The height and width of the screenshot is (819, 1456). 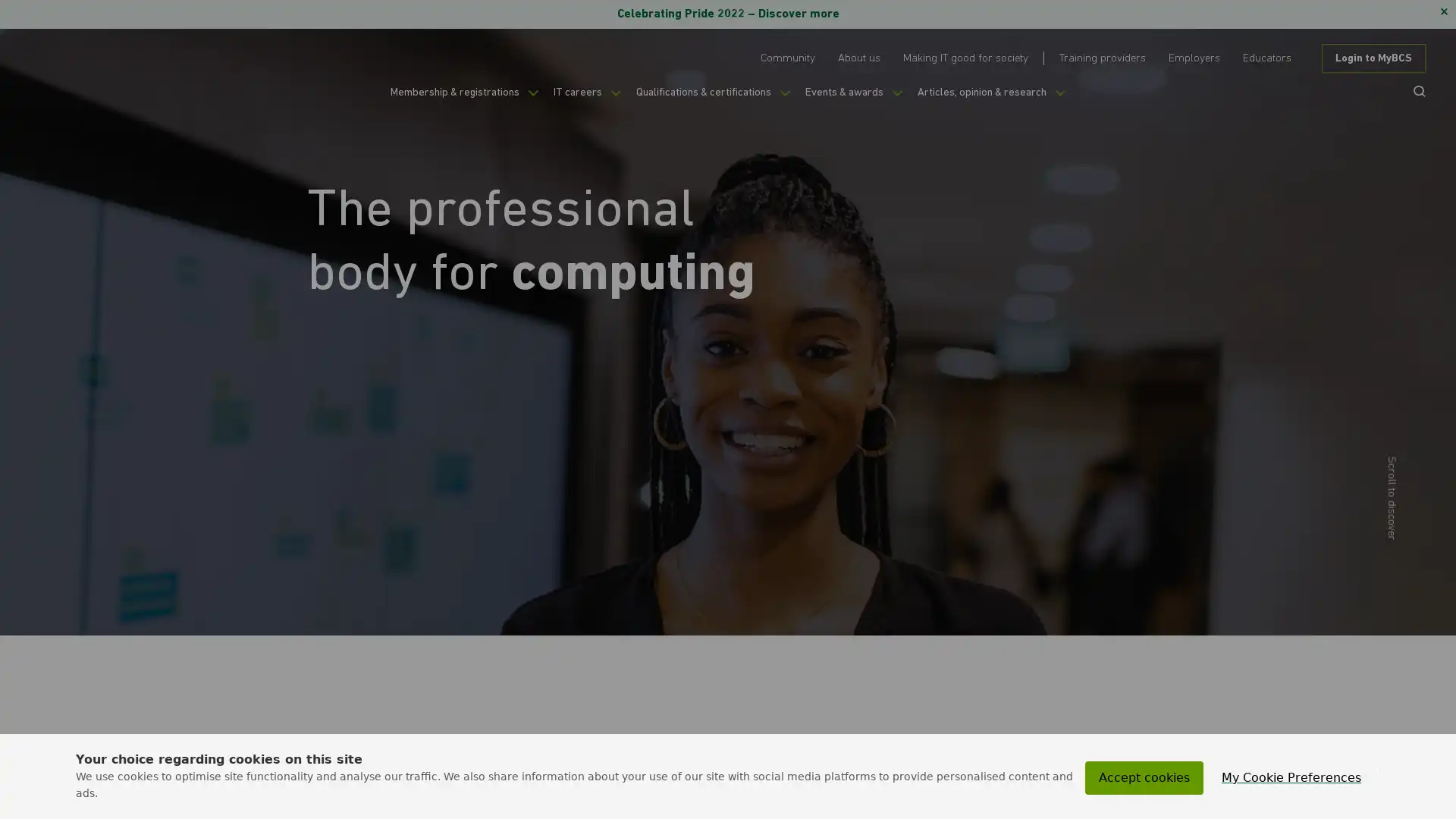 I want to click on My Cookie Preferences, so click(x=1291, y=778).